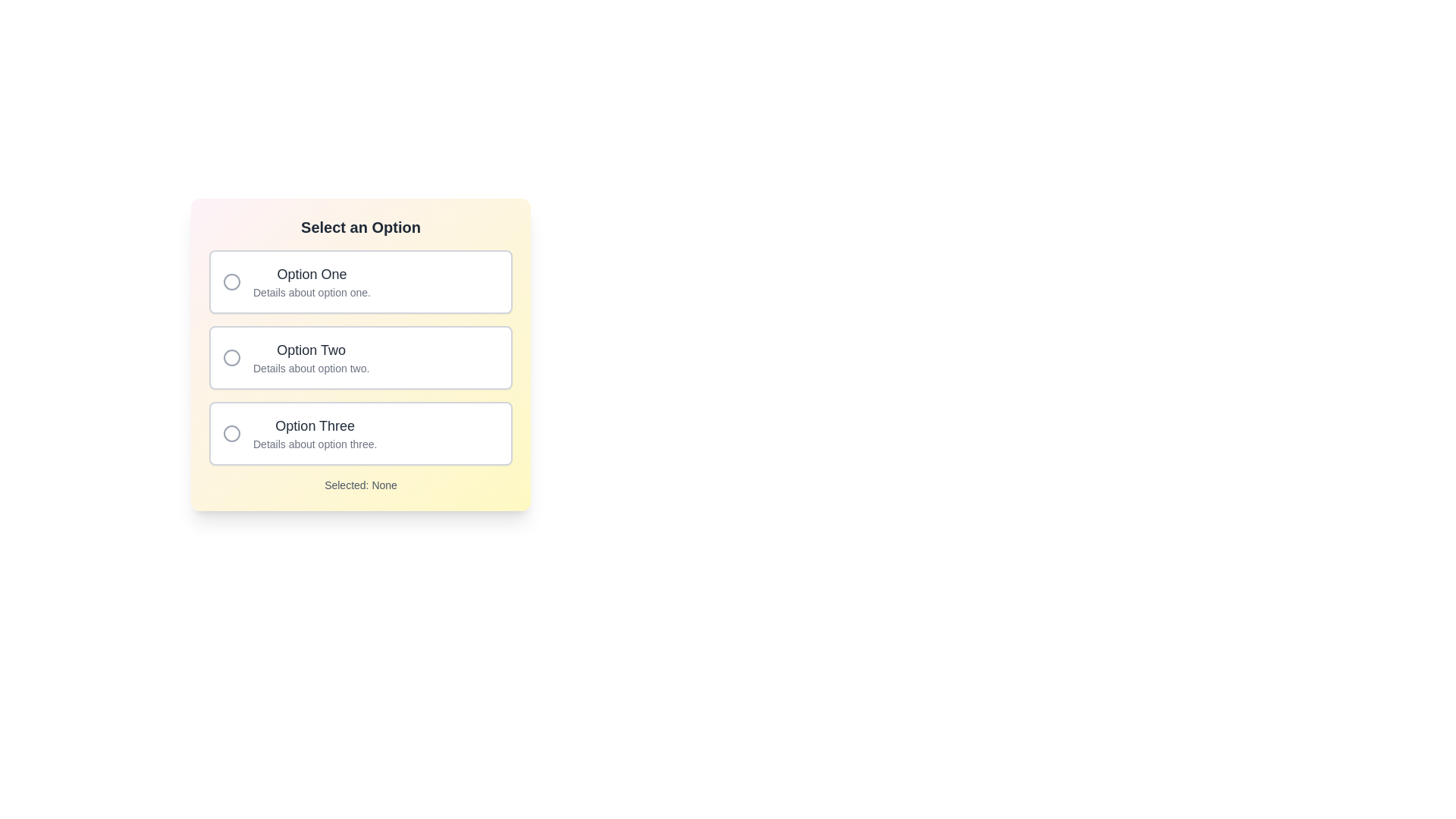  Describe the element at coordinates (359, 371) in the screenshot. I see `one of the options in the Radio Button Group labeled 'Option One', 'Option Two', or 'Option Three'` at that location.